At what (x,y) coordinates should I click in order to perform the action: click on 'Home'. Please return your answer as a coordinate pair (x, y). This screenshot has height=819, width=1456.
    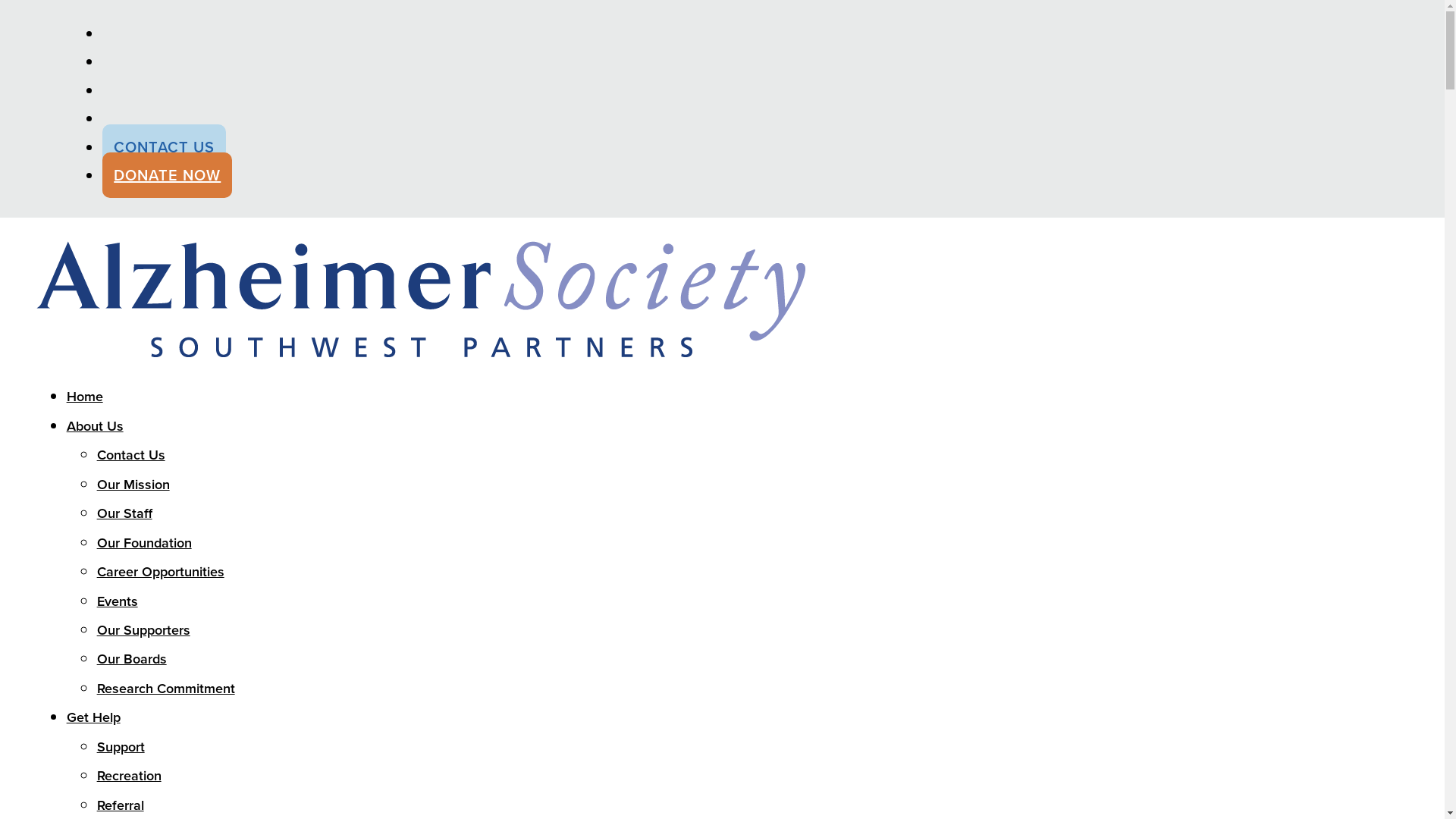
    Looking at the image, I should click on (83, 396).